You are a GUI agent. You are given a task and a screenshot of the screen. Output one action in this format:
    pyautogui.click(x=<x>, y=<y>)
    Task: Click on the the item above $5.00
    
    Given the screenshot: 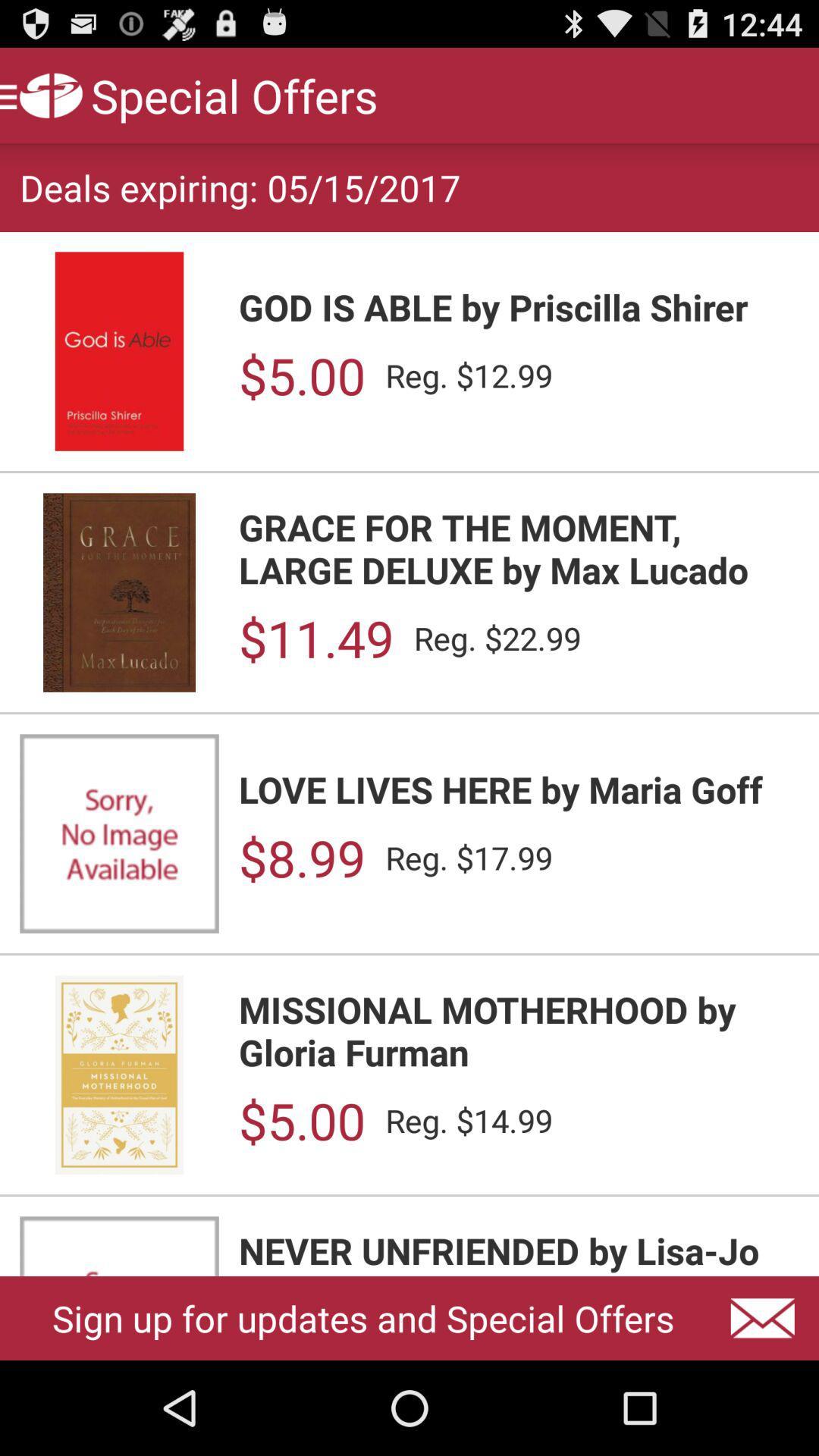 What is the action you would take?
    pyautogui.click(x=518, y=306)
    